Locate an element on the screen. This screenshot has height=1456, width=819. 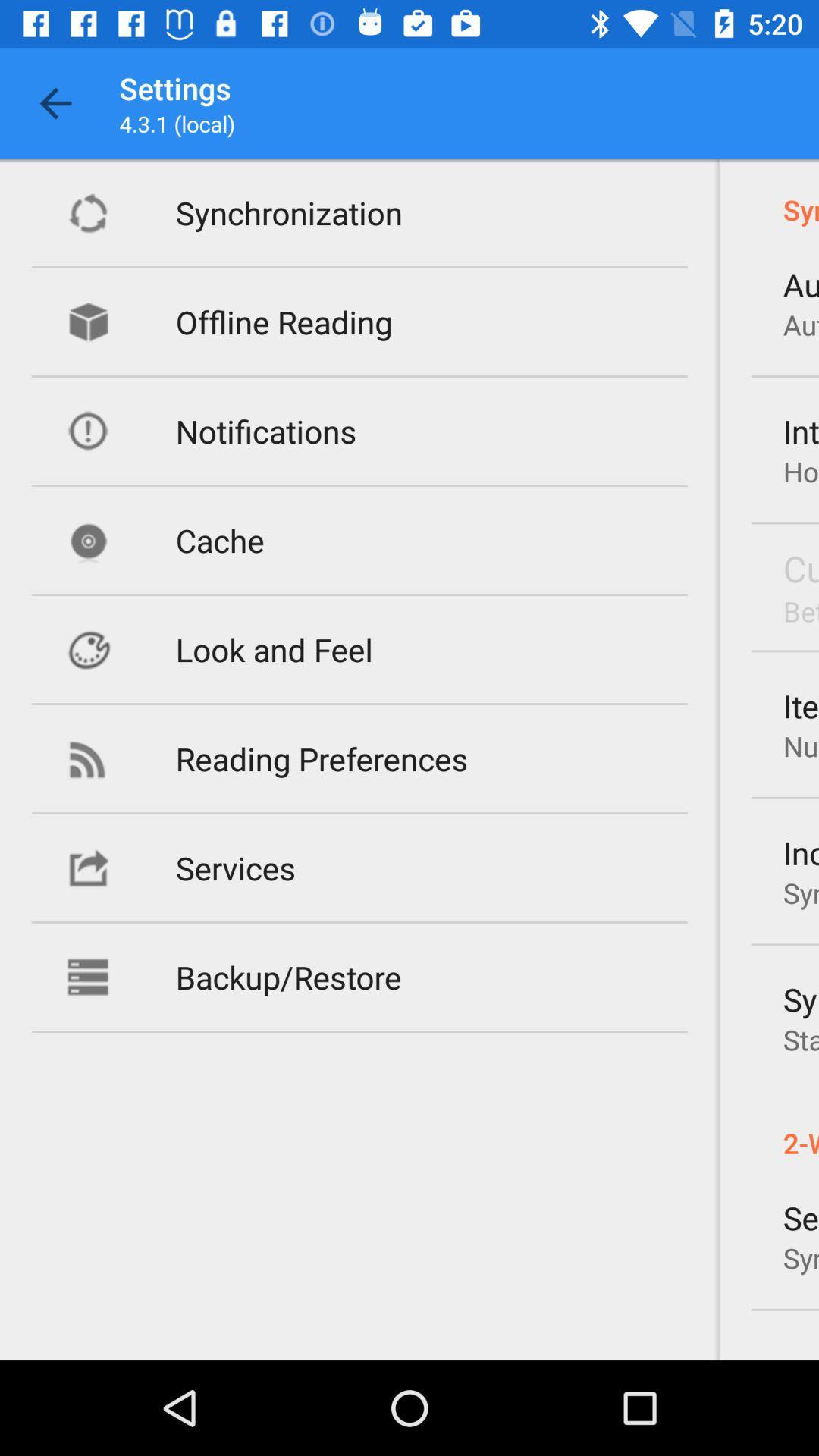
item below the 2 way sync is located at coordinates (800, 1217).